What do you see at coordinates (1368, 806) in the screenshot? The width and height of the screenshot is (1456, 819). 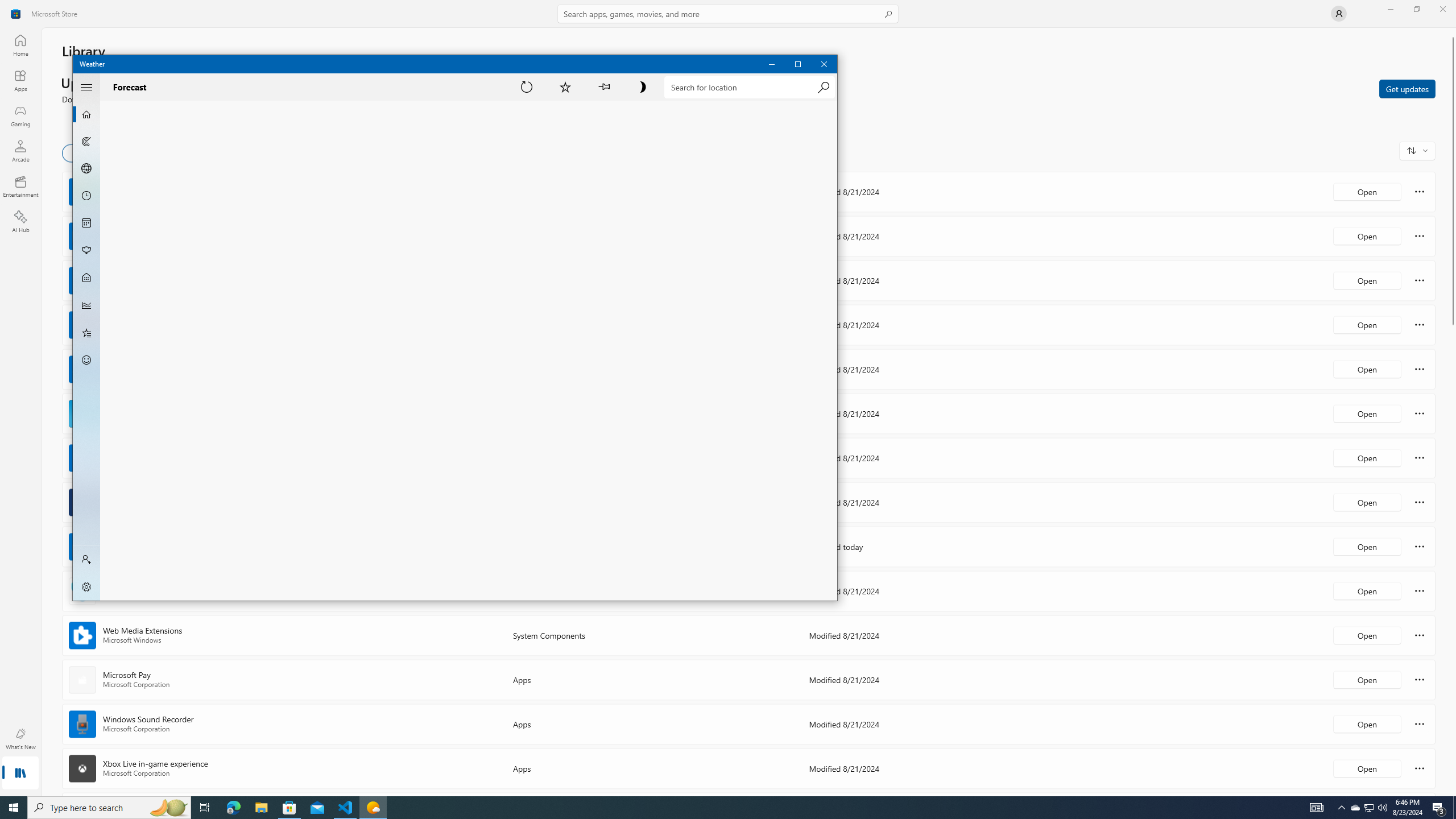 I see `'User Promoted Notification Area'` at bounding box center [1368, 806].